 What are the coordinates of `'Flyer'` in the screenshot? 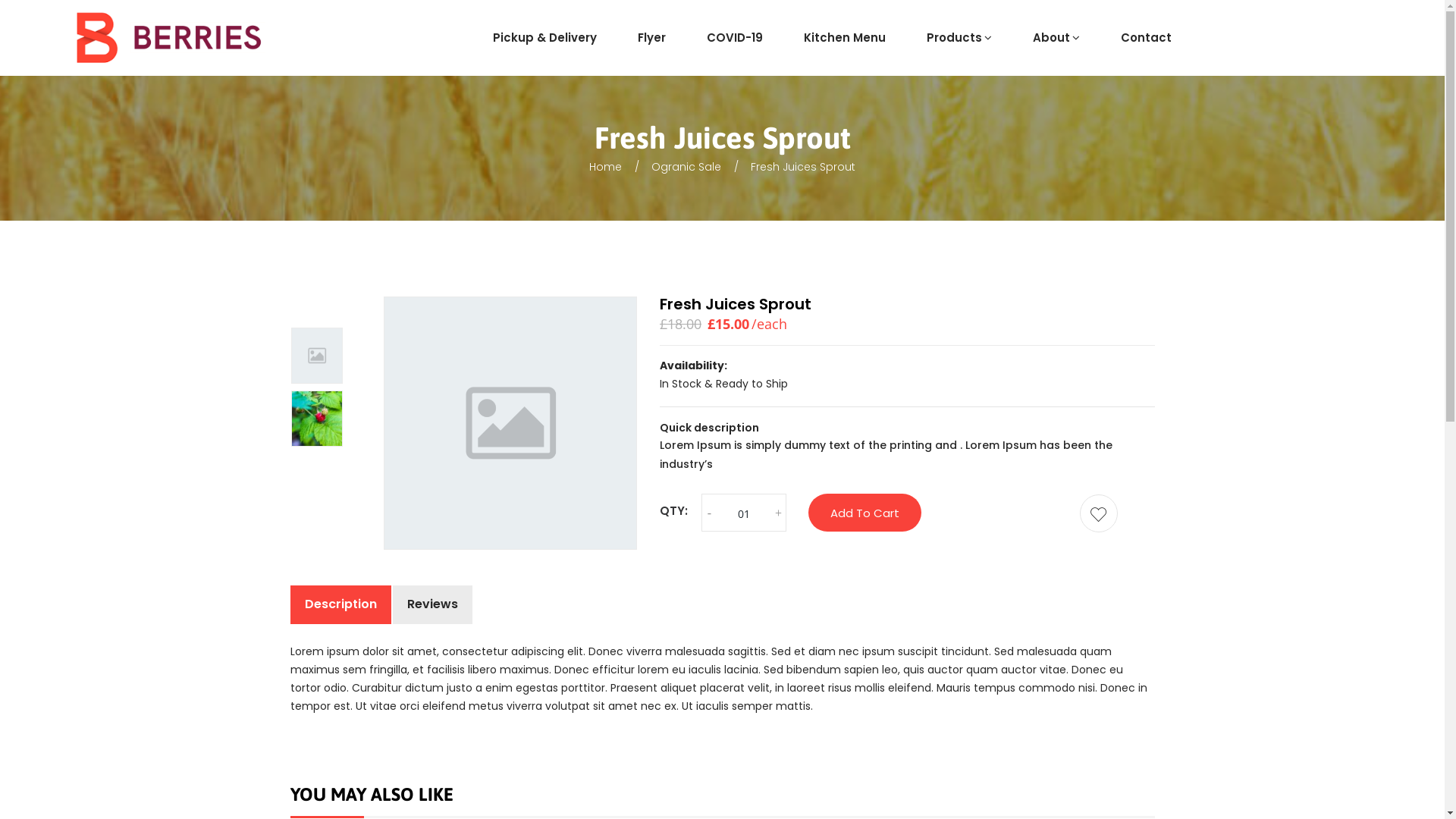 It's located at (651, 37).